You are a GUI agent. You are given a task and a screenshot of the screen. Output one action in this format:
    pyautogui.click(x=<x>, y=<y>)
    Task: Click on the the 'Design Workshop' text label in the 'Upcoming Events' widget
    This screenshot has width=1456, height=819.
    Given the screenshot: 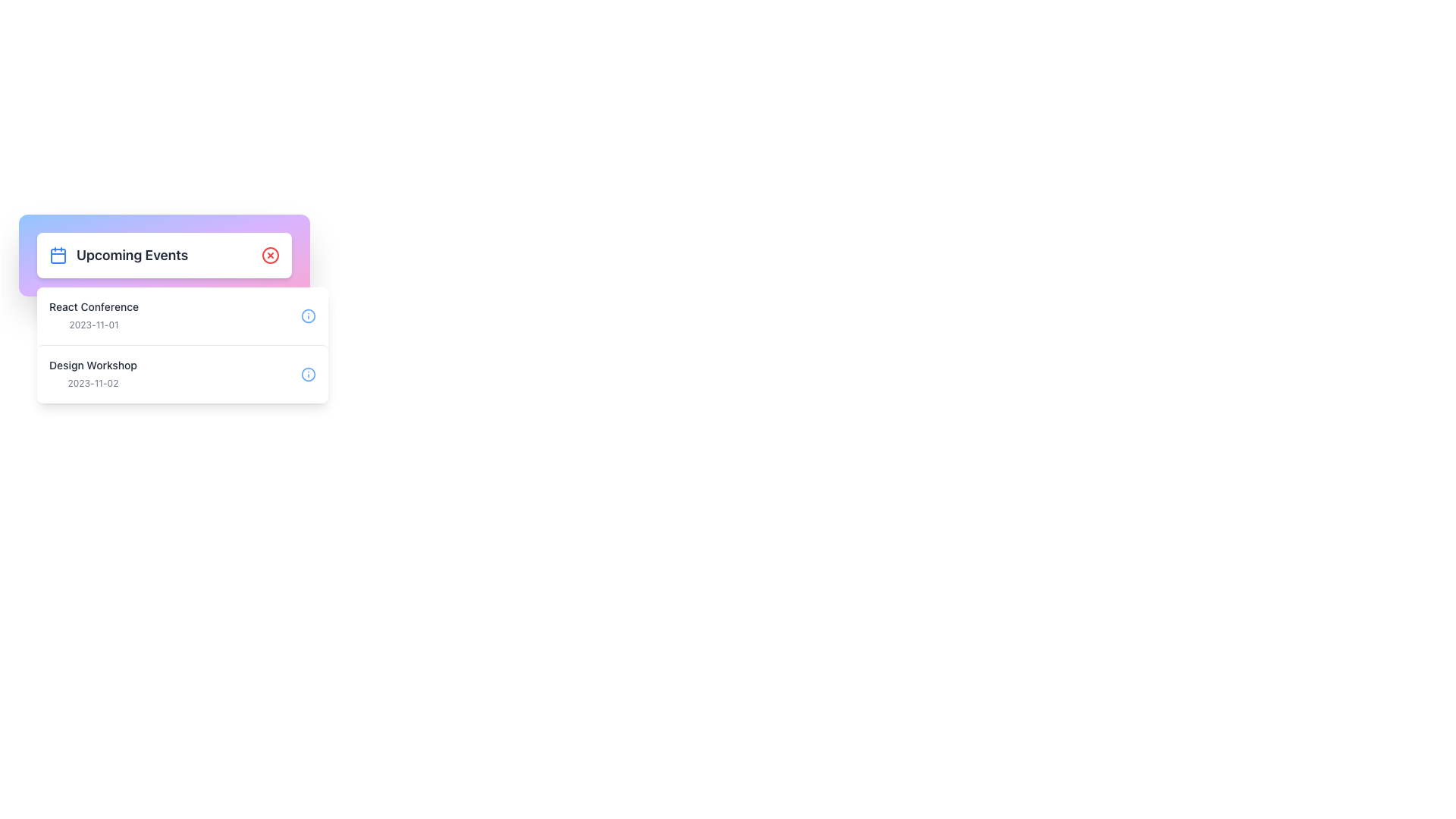 What is the action you would take?
    pyautogui.click(x=92, y=366)
    